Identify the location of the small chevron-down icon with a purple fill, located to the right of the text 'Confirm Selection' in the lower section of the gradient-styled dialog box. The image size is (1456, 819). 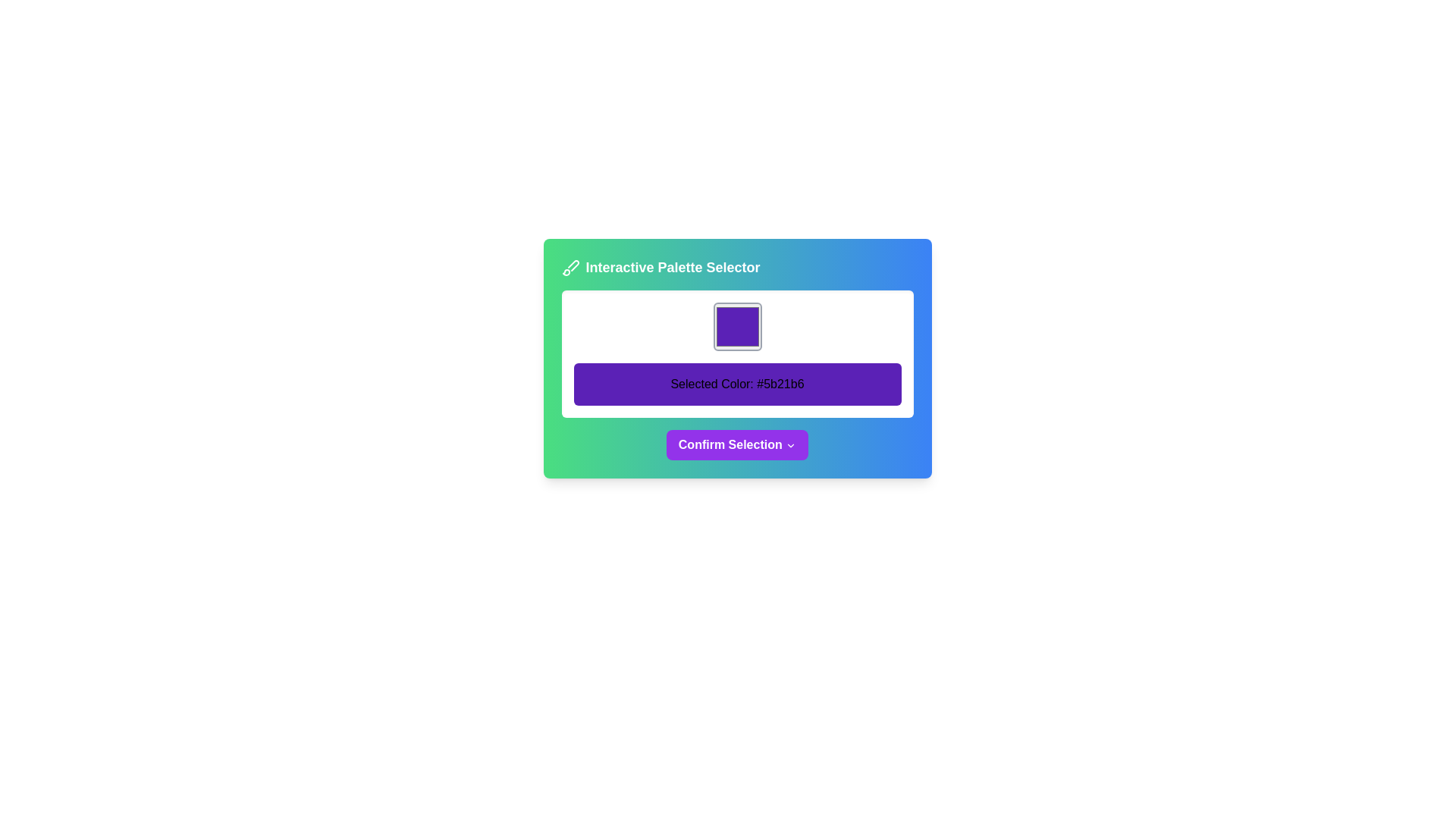
(790, 444).